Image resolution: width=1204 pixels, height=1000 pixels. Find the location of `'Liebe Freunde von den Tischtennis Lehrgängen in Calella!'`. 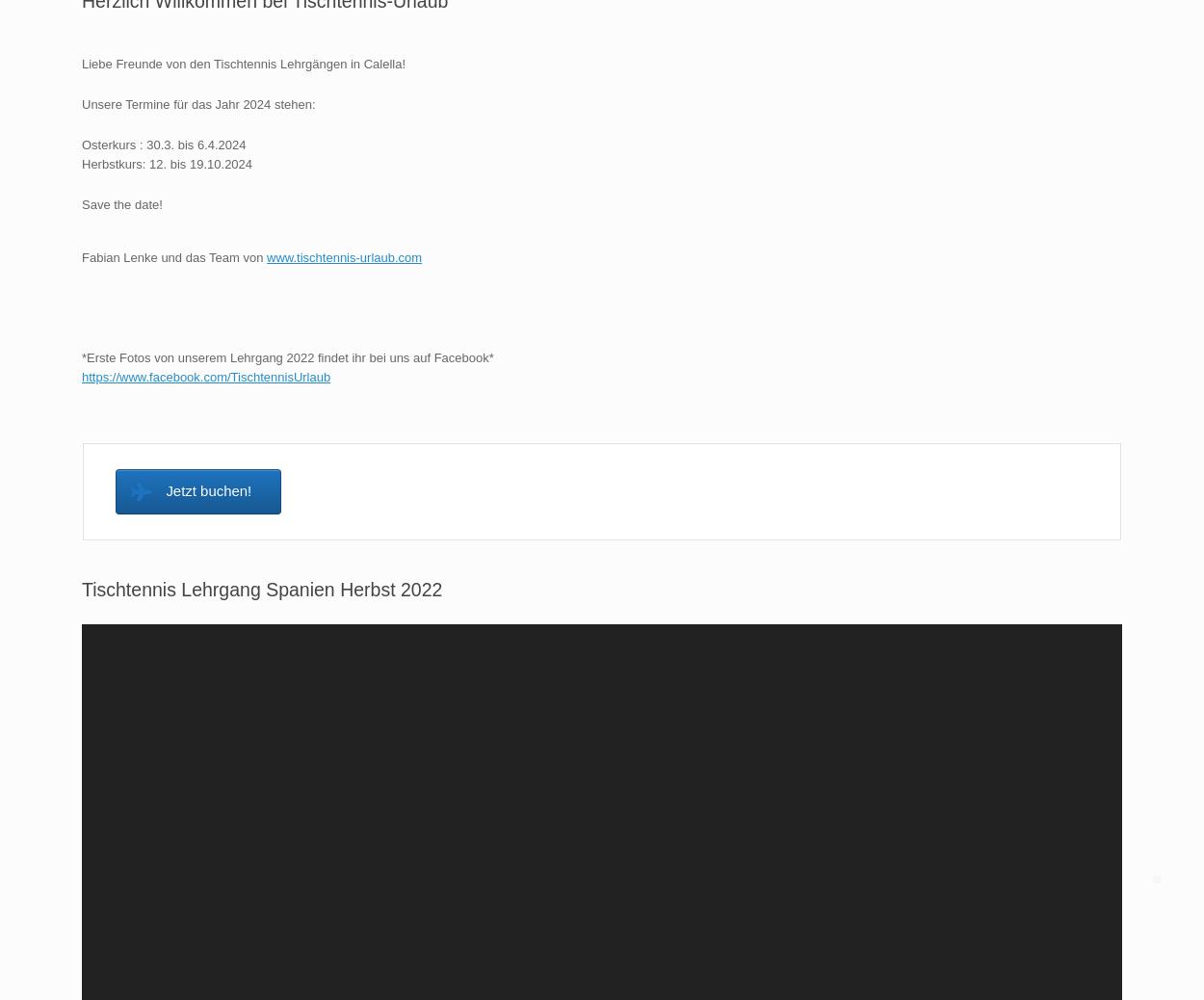

'Liebe Freunde von den Tischtennis Lehrgängen in Calella!' is located at coordinates (244, 63).